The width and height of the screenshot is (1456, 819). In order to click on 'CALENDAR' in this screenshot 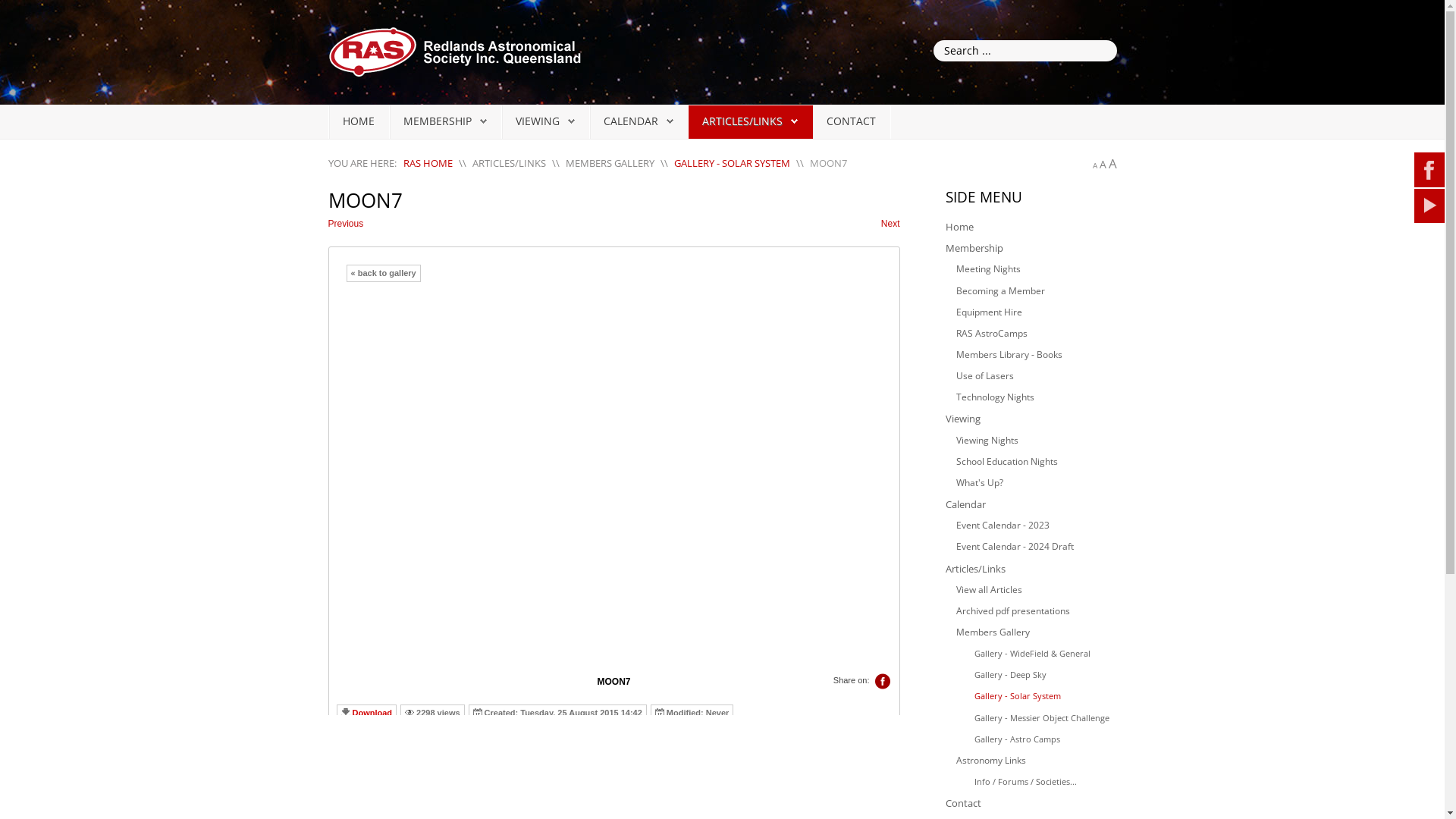, I will do `click(630, 120)`.